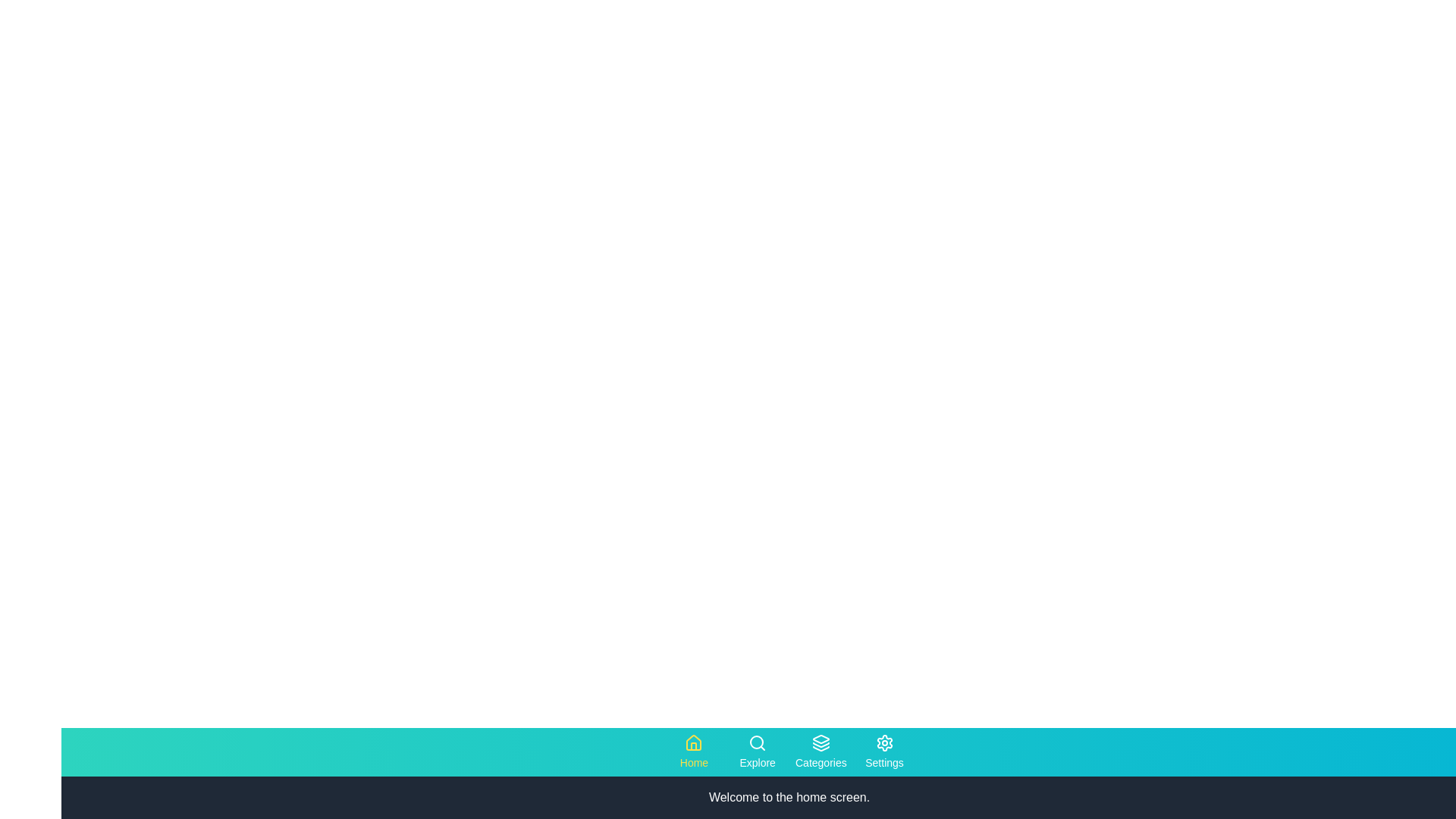  Describe the element at coordinates (758, 752) in the screenshot. I see `the text of the tab labeled Explore` at that location.